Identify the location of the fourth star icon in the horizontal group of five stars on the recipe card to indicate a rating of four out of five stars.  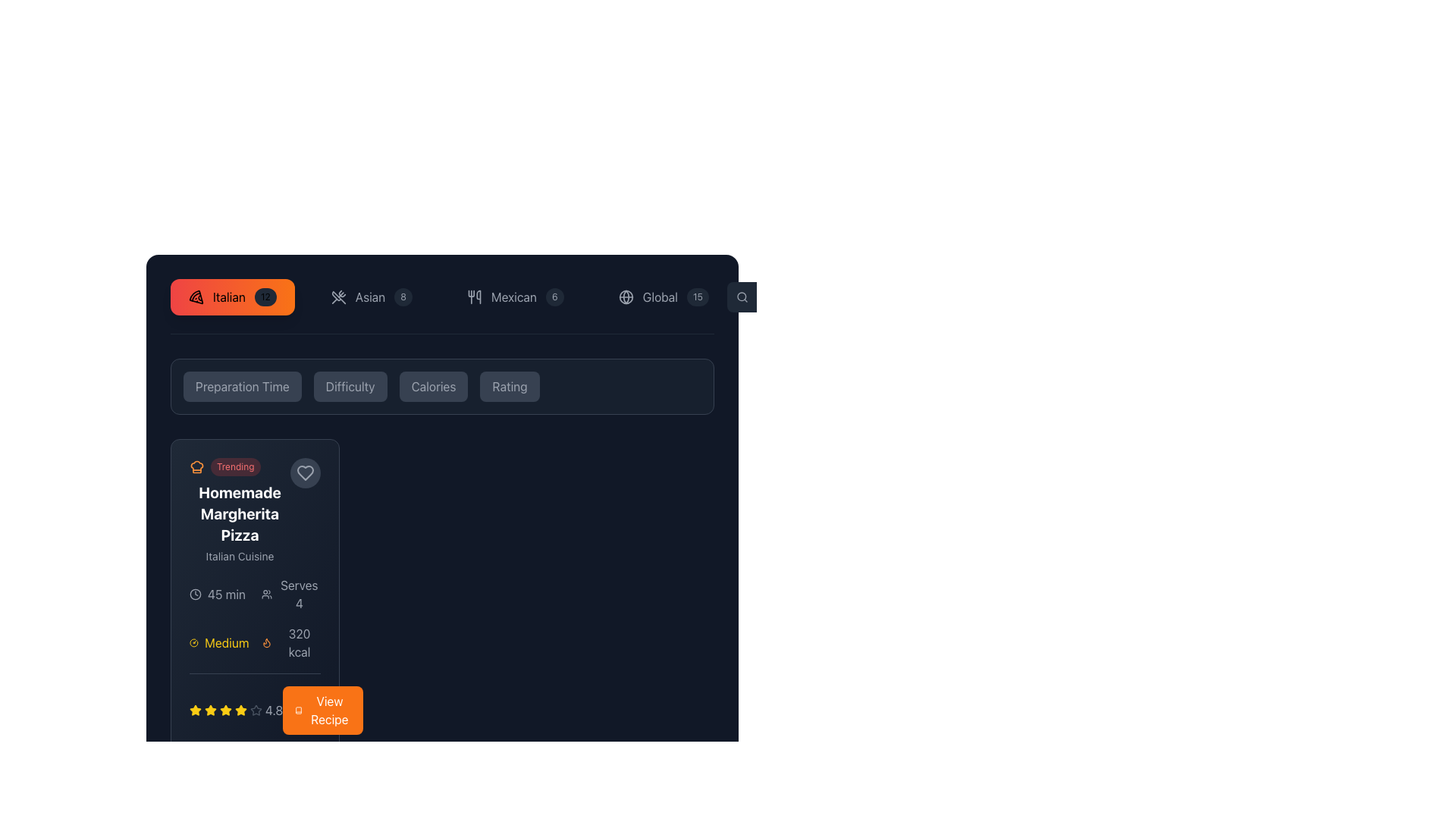
(256, 710).